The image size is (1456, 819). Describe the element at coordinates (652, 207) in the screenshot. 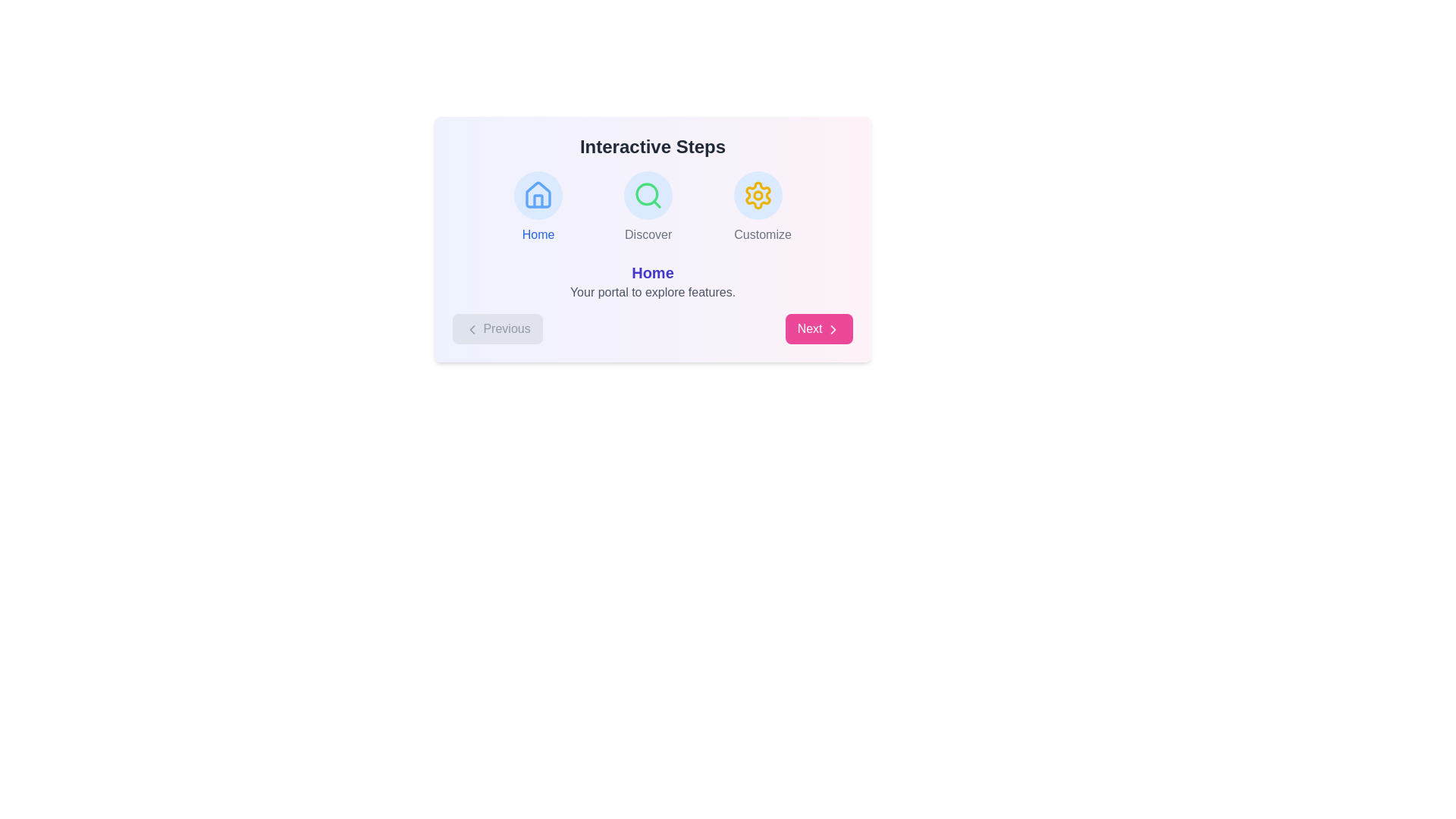

I see `the 'Discover' icon in the Navigation menu` at that location.